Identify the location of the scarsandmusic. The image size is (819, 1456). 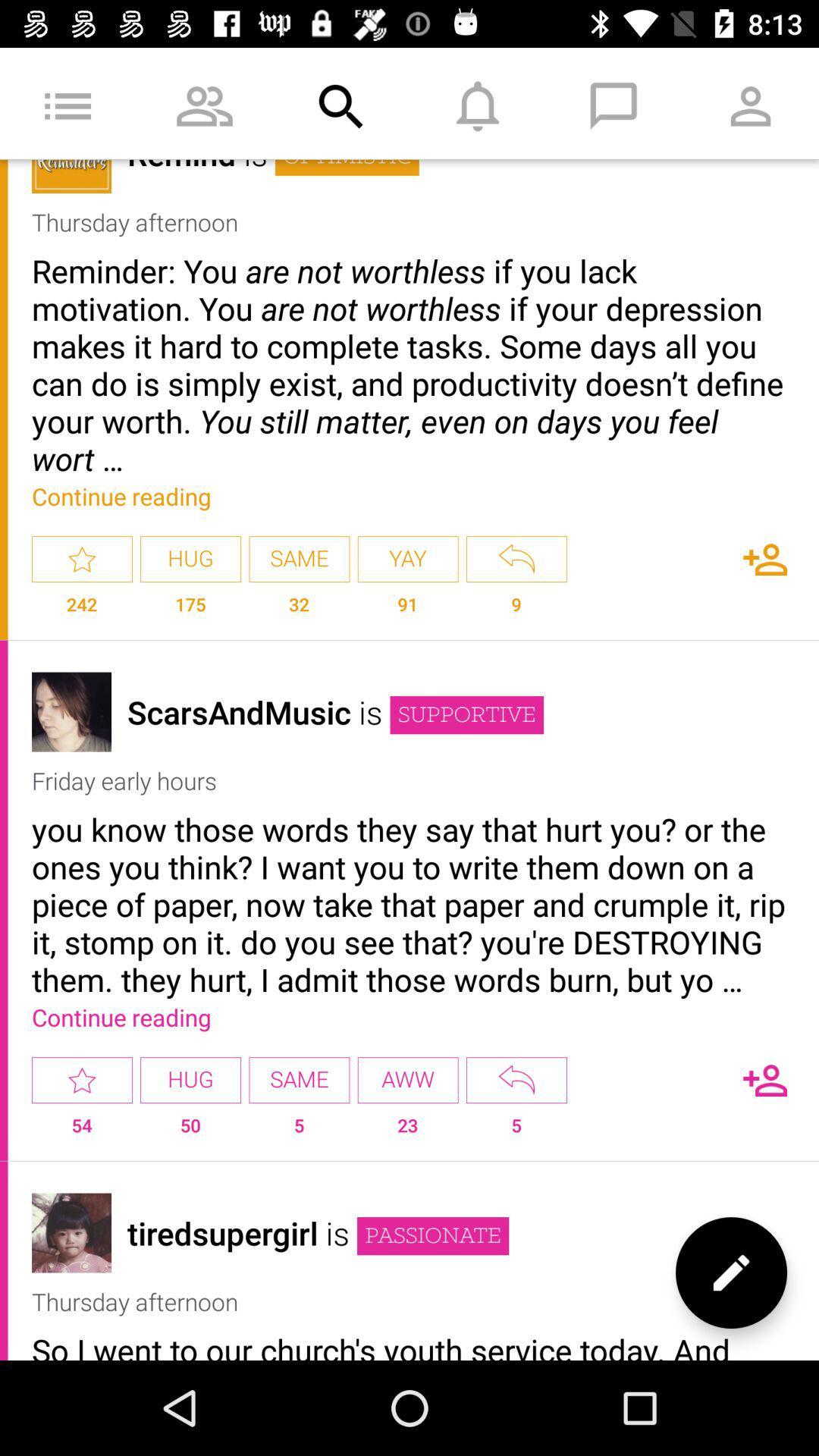
(239, 711).